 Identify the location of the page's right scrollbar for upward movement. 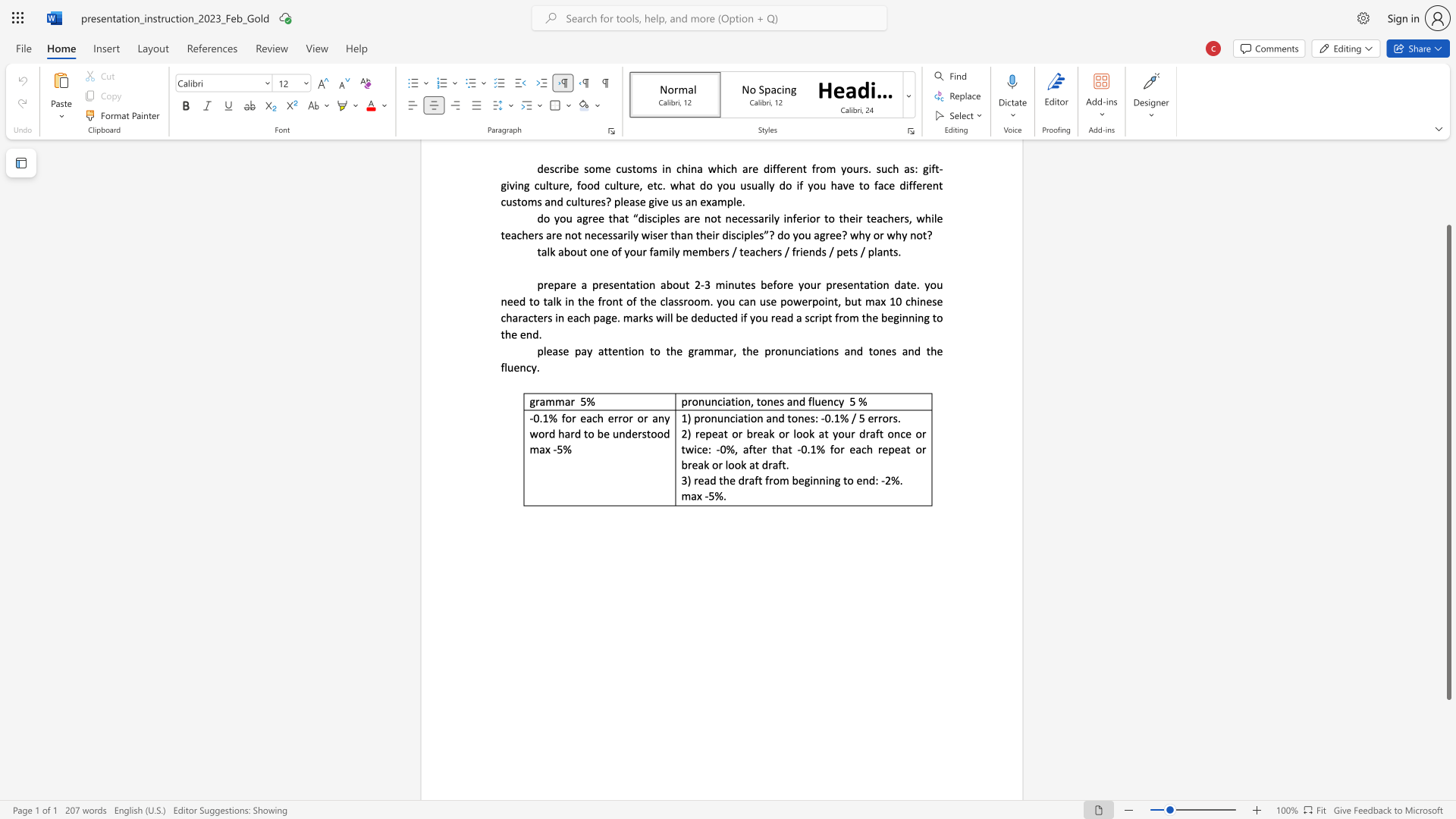
(1448, 158).